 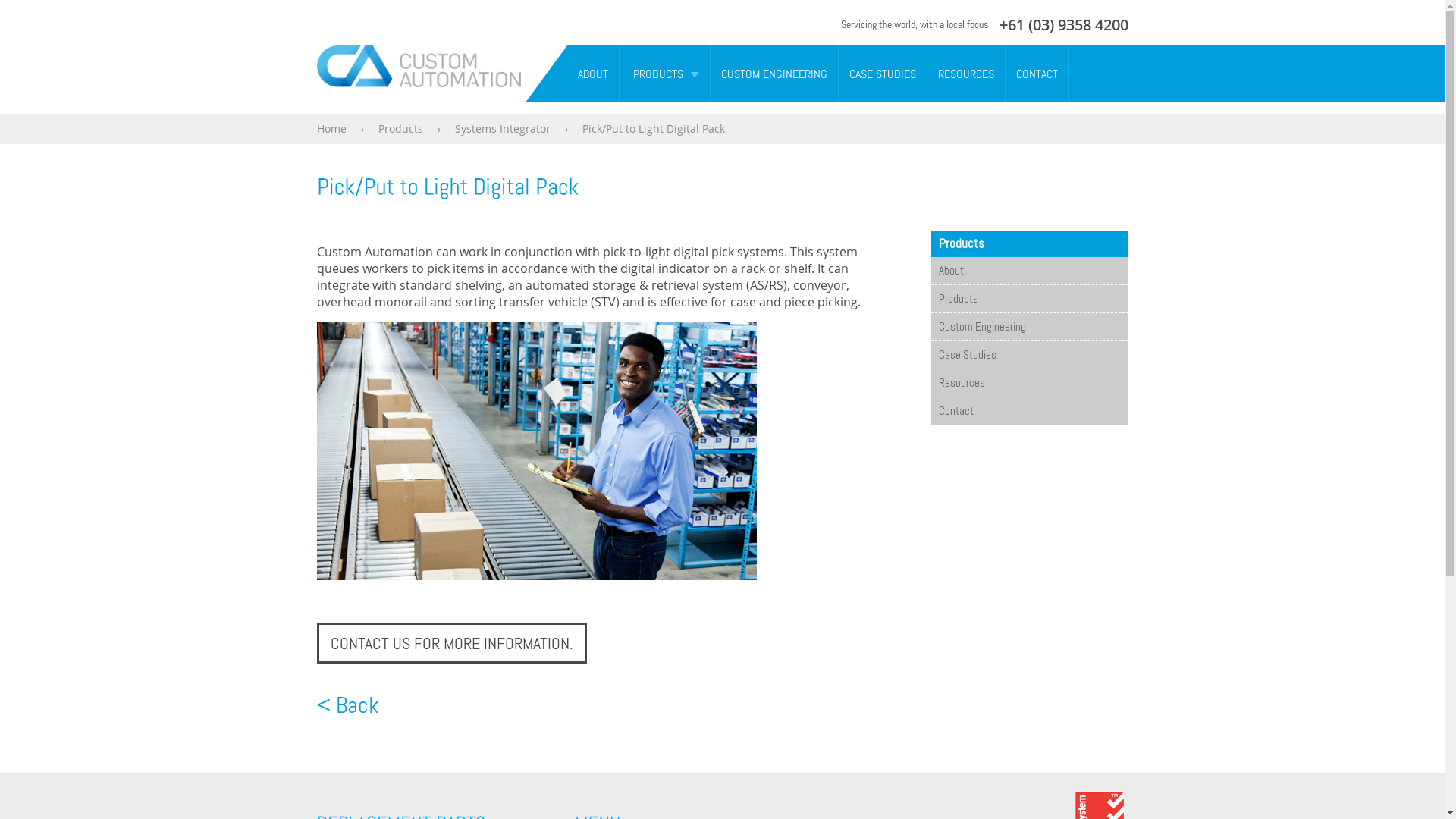 I want to click on 'CONTACT US FOR MORE INFORMATION.', so click(x=450, y=643).